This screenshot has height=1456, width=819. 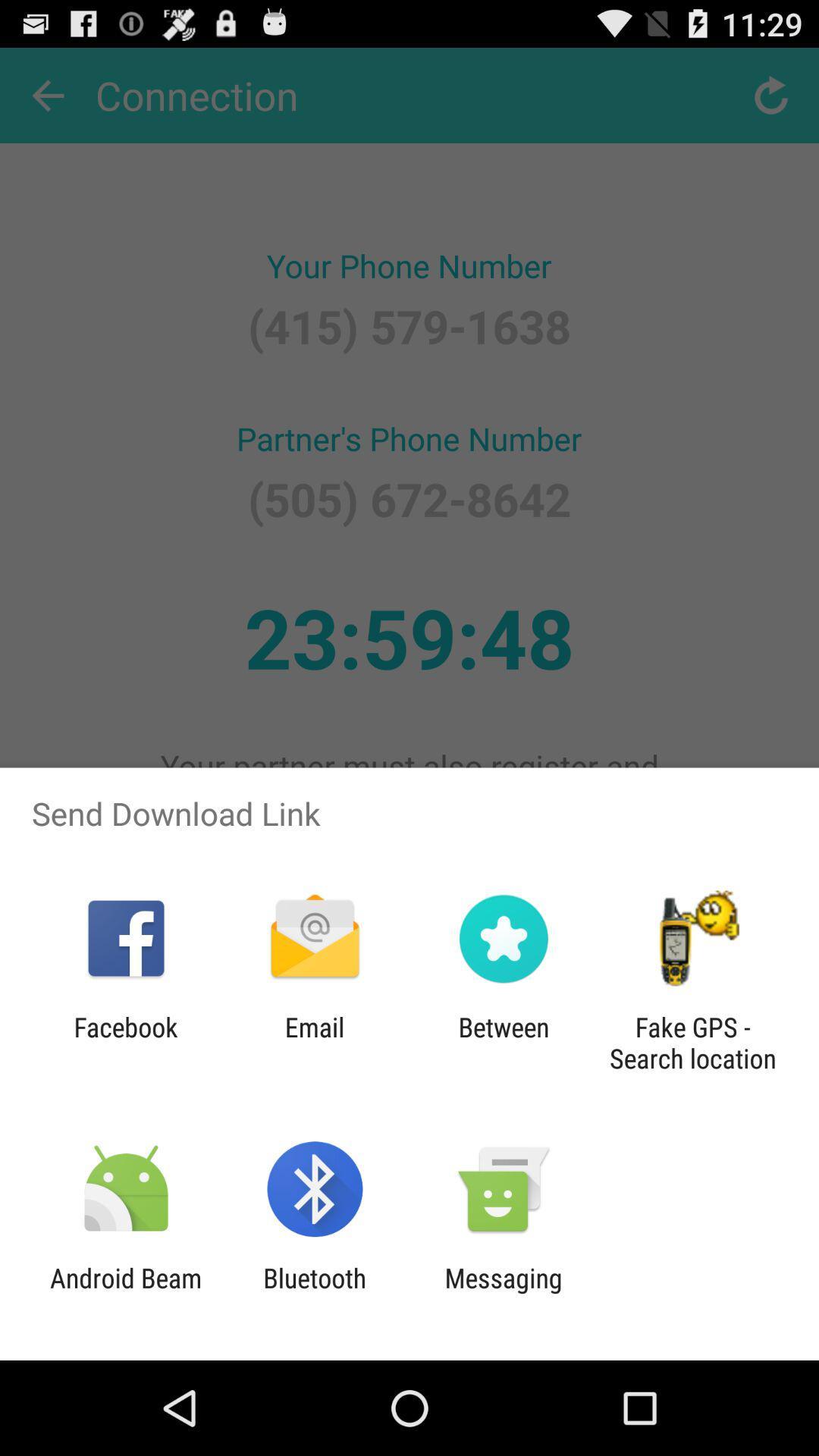 I want to click on the fake gps search item, so click(x=692, y=1042).